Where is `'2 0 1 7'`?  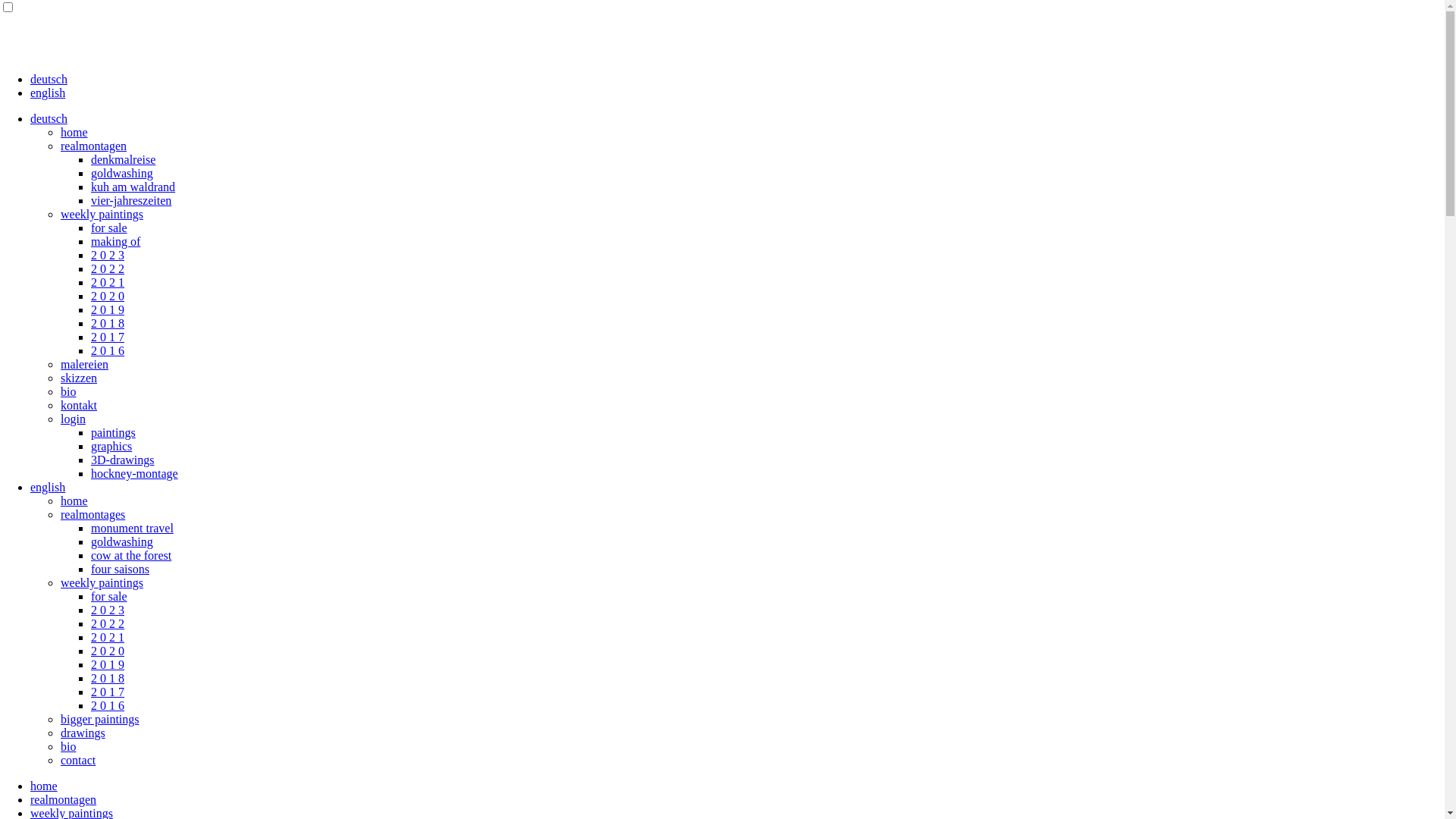
'2 0 1 7' is located at coordinates (107, 336).